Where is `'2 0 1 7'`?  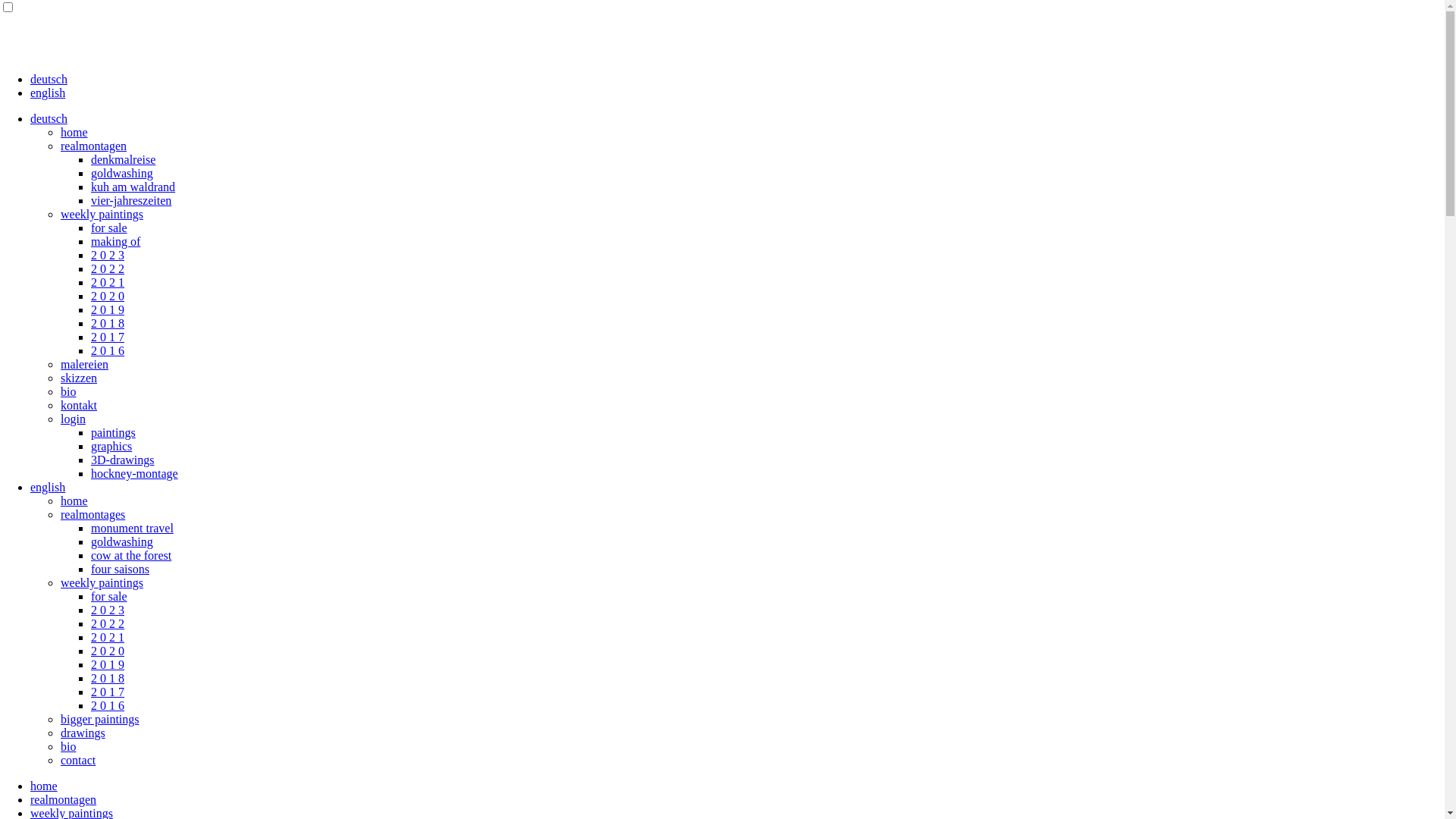
'2 0 1 7' is located at coordinates (107, 336).